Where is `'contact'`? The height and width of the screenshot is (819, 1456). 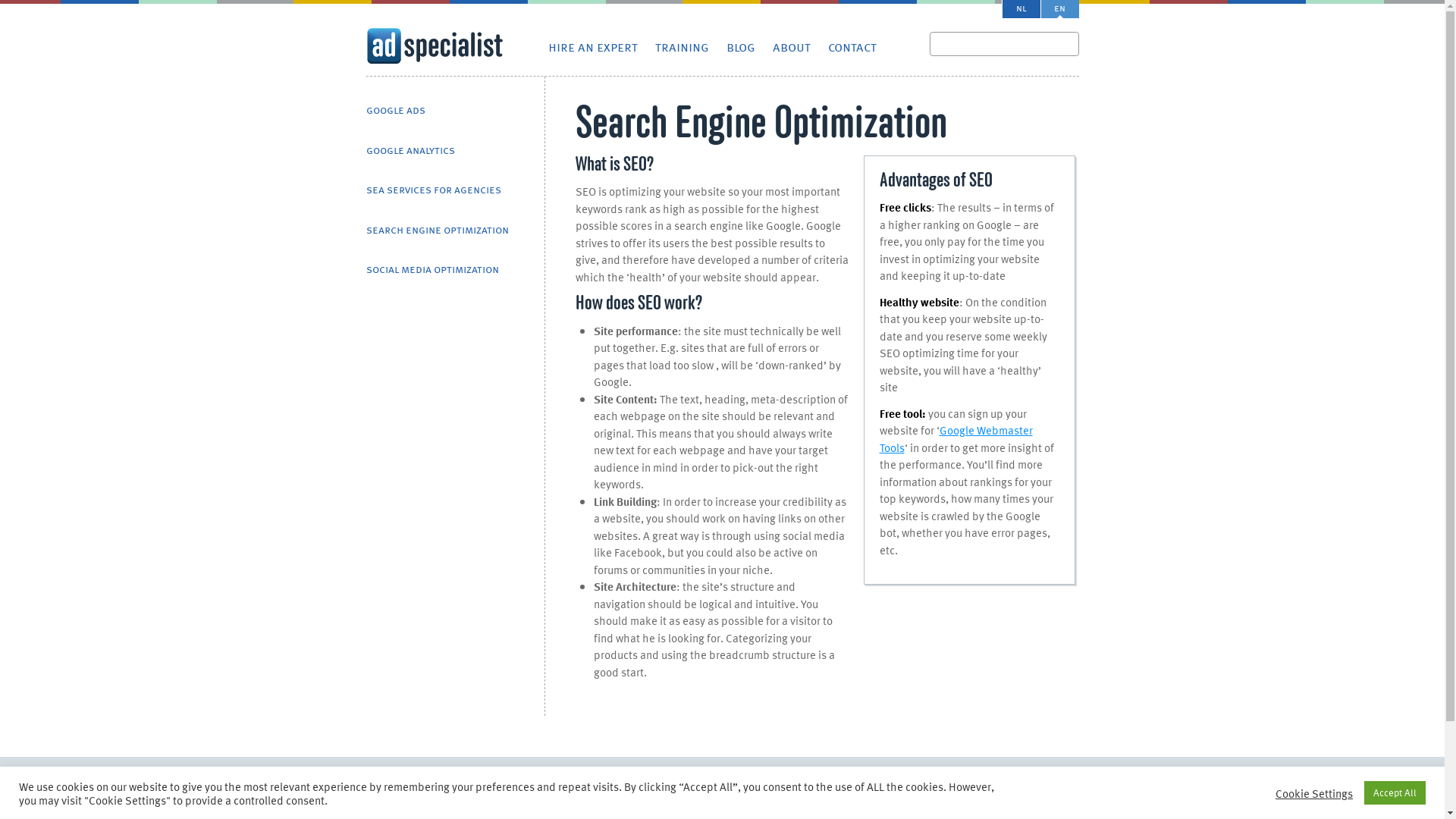 'contact' is located at coordinates (852, 46).